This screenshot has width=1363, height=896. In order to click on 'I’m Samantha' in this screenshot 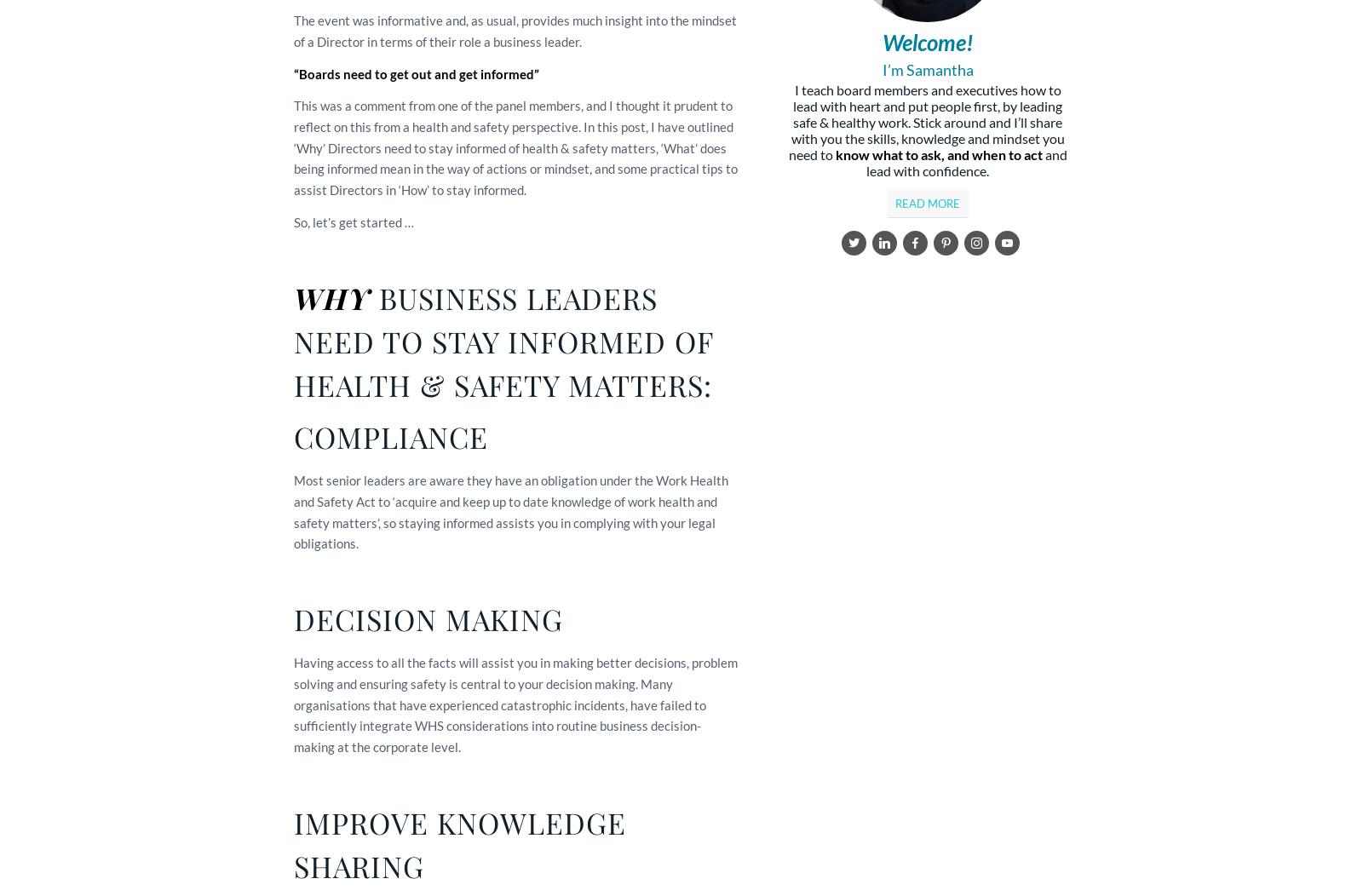, I will do `click(927, 68)`.